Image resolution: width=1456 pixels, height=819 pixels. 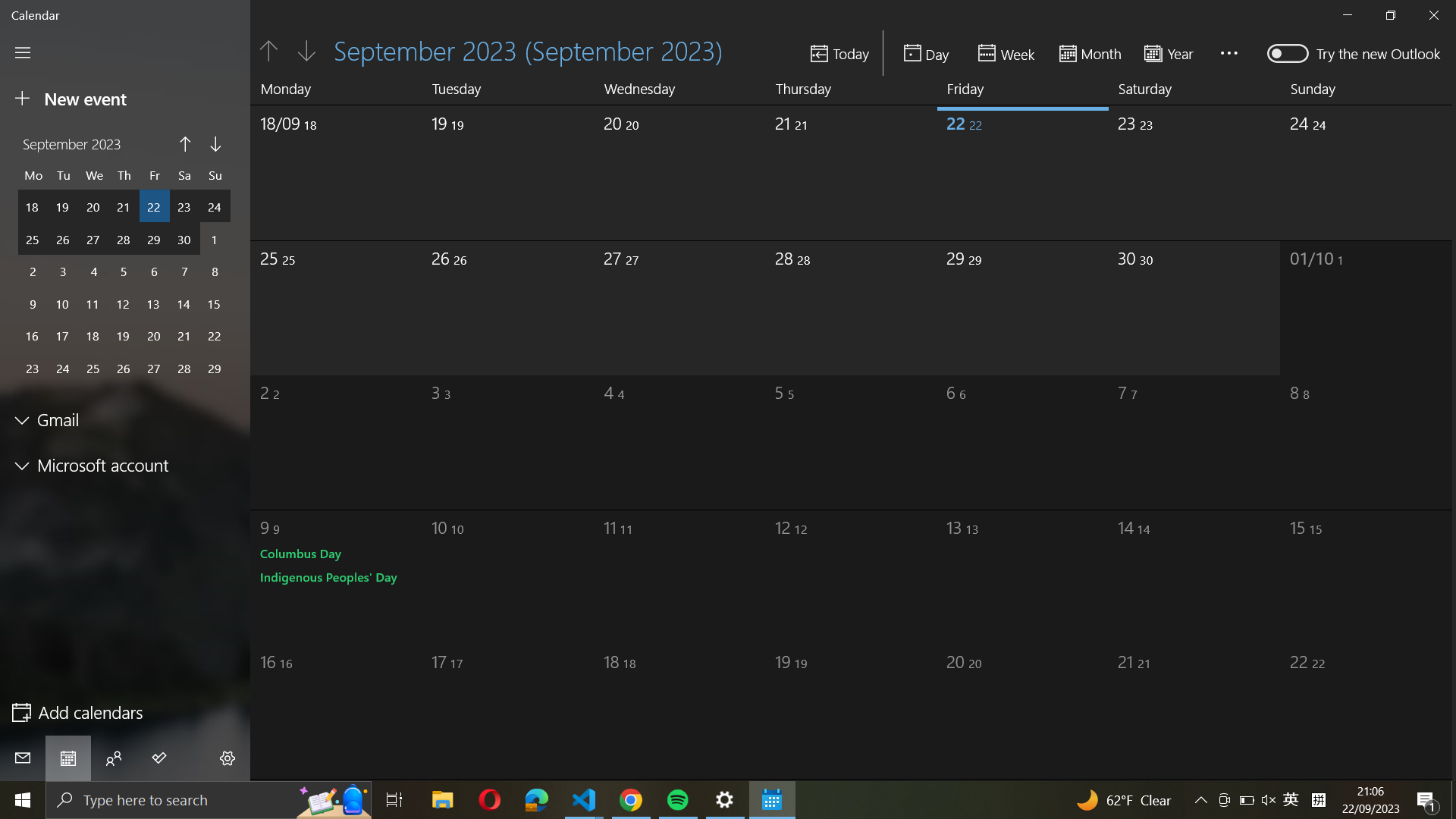 What do you see at coordinates (839, 52) in the screenshot?
I see `Go to today"s date` at bounding box center [839, 52].